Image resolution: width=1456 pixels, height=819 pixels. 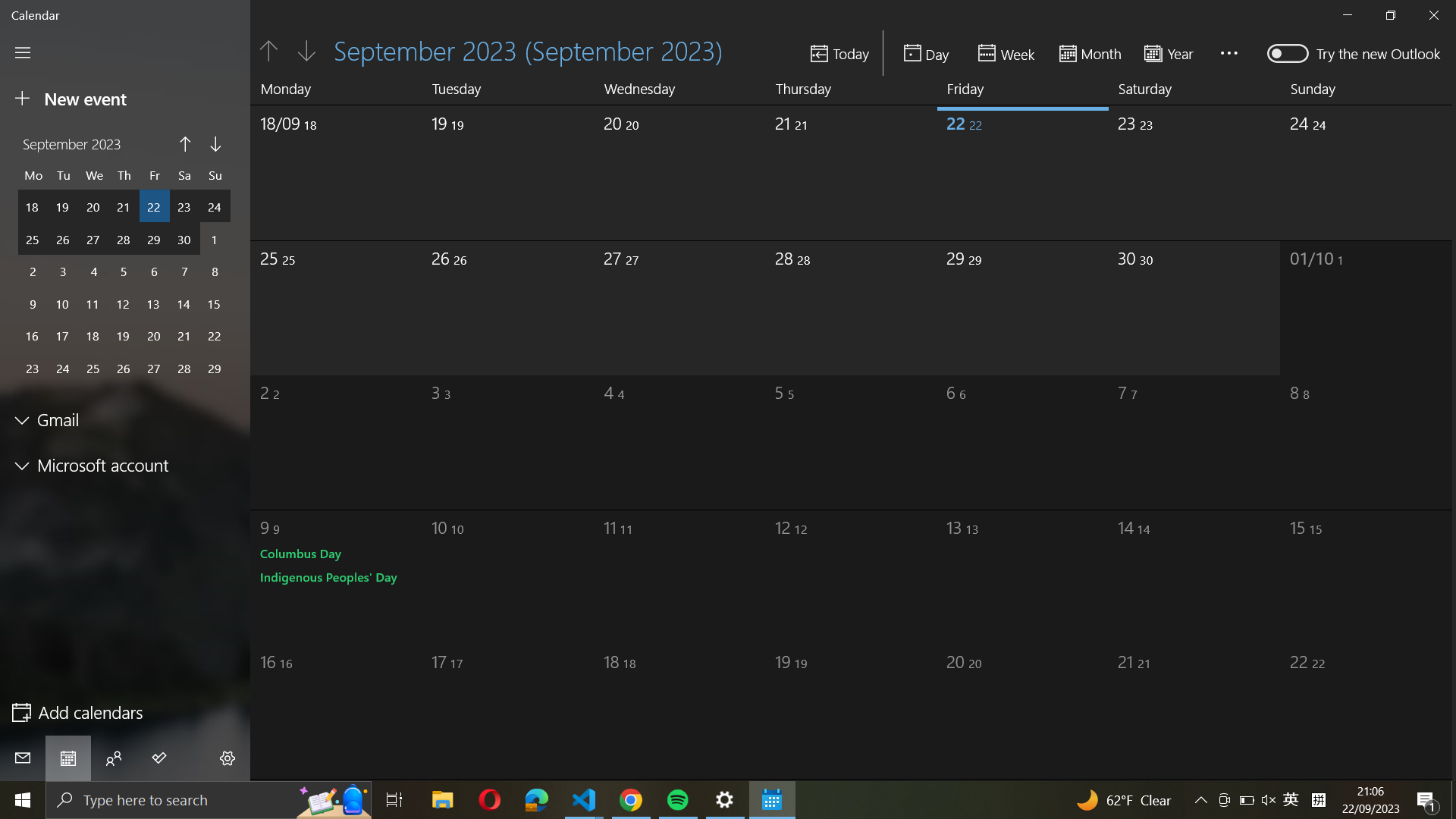 What do you see at coordinates (839, 52) in the screenshot?
I see `Go to today"s date` at bounding box center [839, 52].